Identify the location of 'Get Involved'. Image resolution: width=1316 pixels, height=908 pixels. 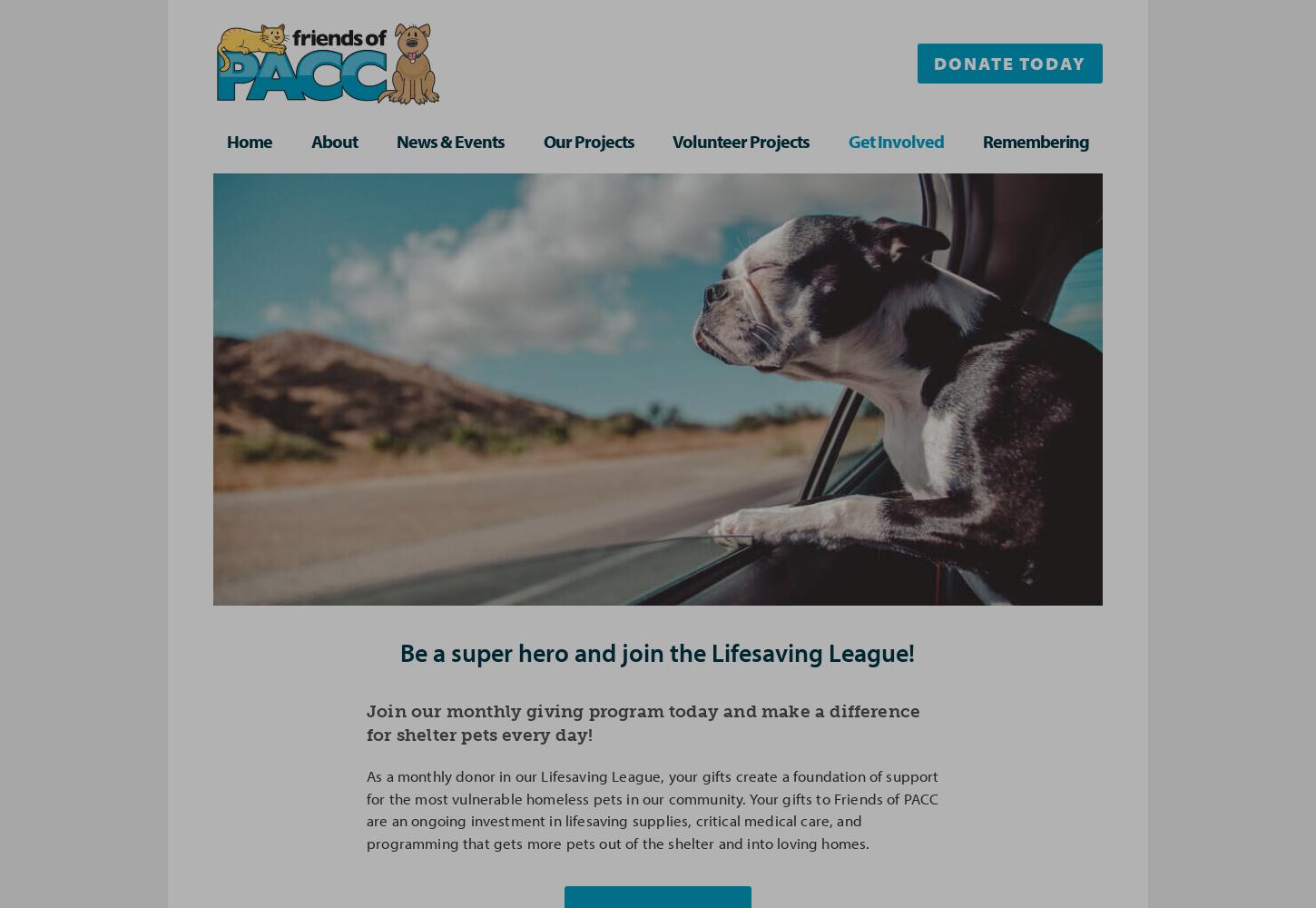
(847, 140).